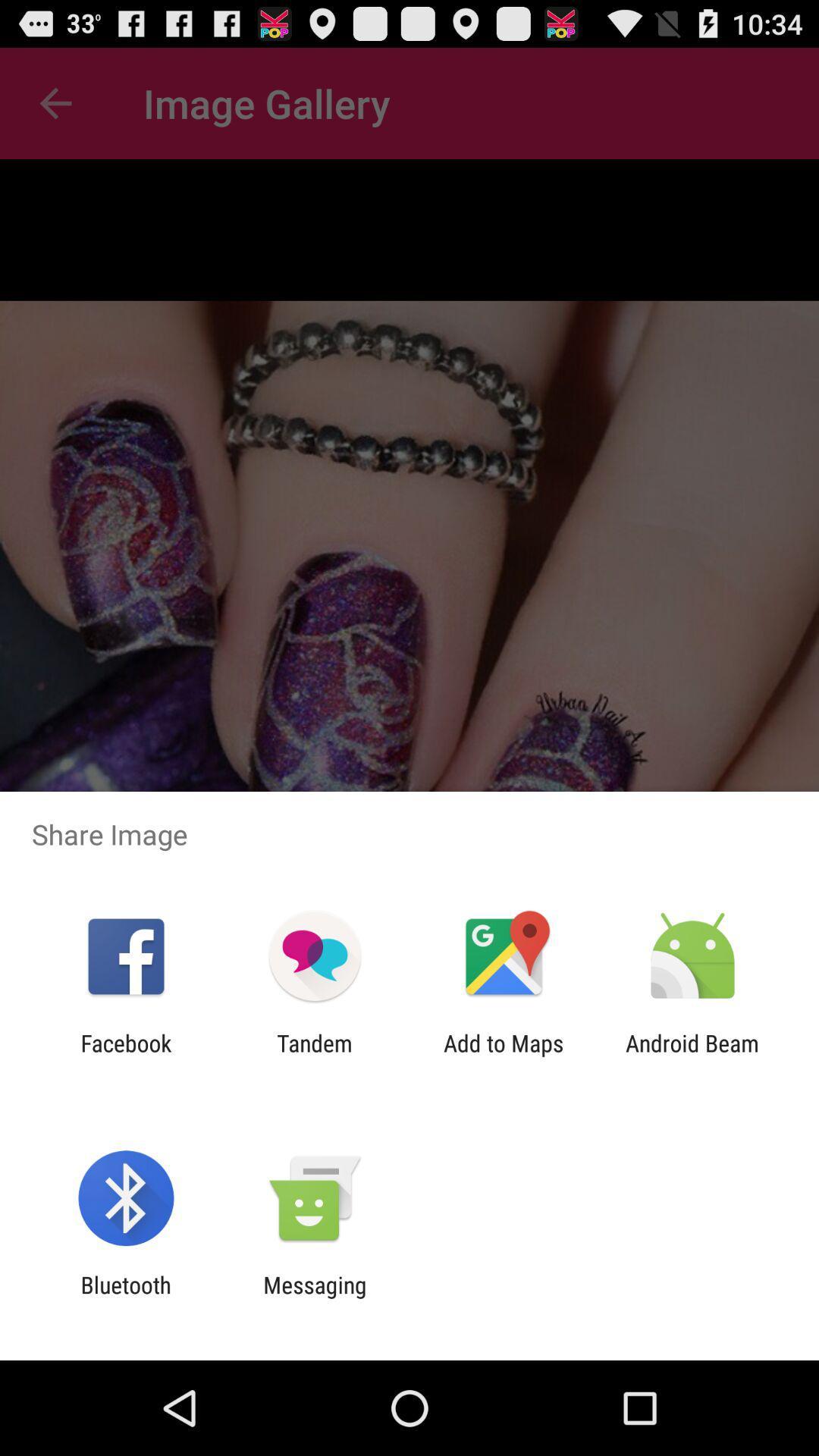  I want to click on item next to bluetooth app, so click(314, 1298).